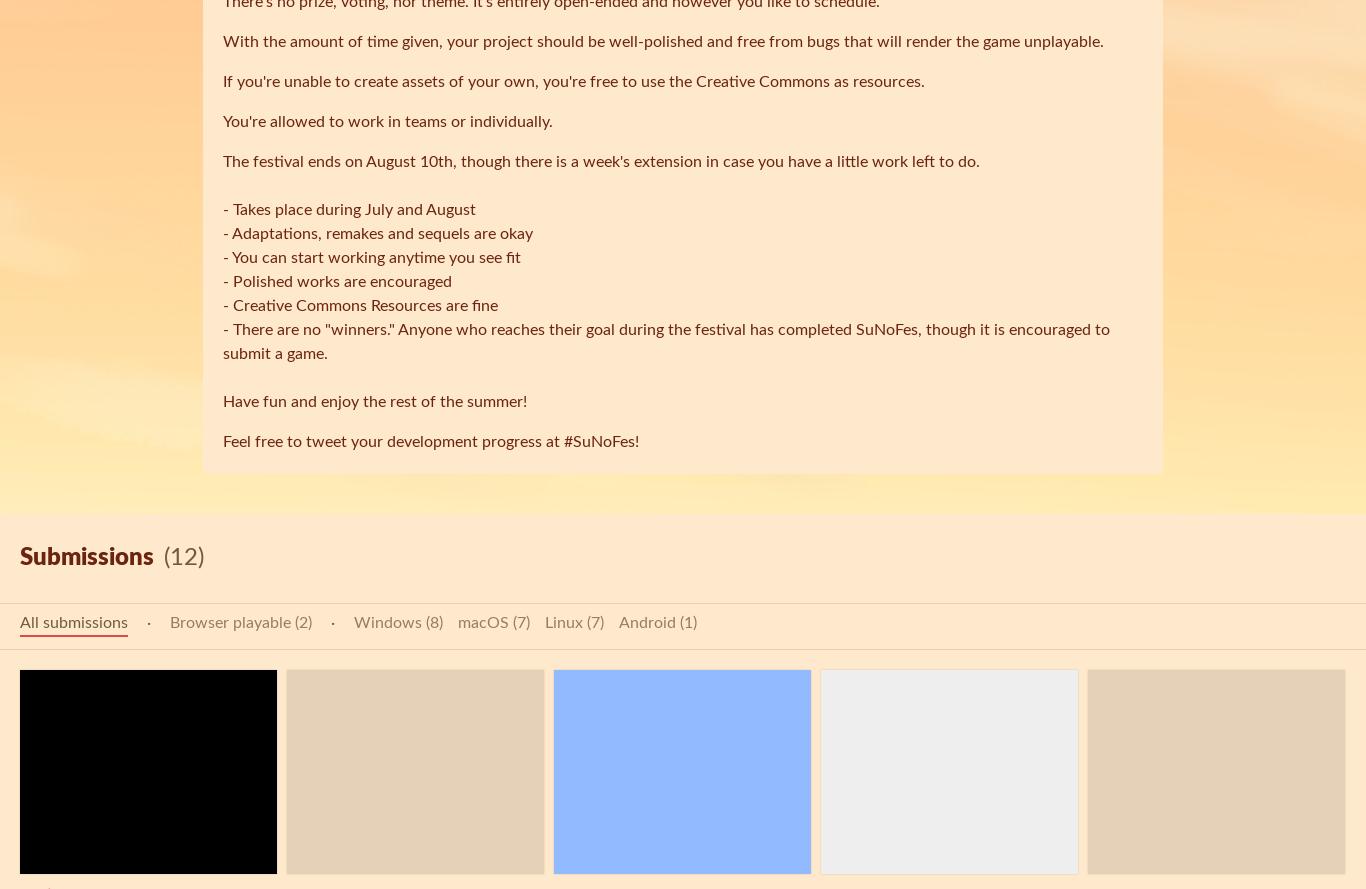 The width and height of the screenshot is (1366, 889). Describe the element at coordinates (600, 161) in the screenshot. I see `'The festival ends on August 10th, though there is a week's extension in case you have a little work left to do.'` at that location.